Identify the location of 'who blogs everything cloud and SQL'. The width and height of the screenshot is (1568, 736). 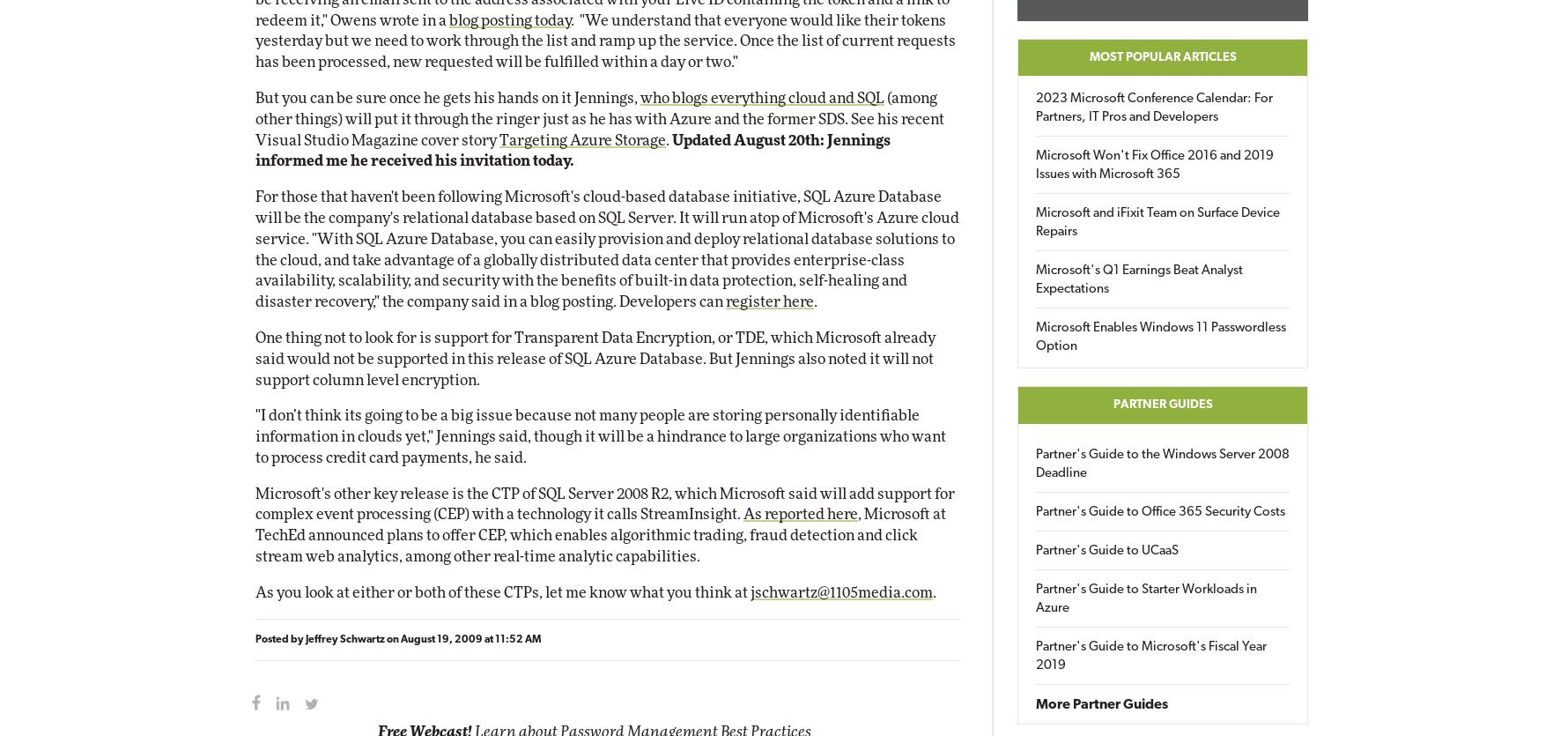
(639, 96).